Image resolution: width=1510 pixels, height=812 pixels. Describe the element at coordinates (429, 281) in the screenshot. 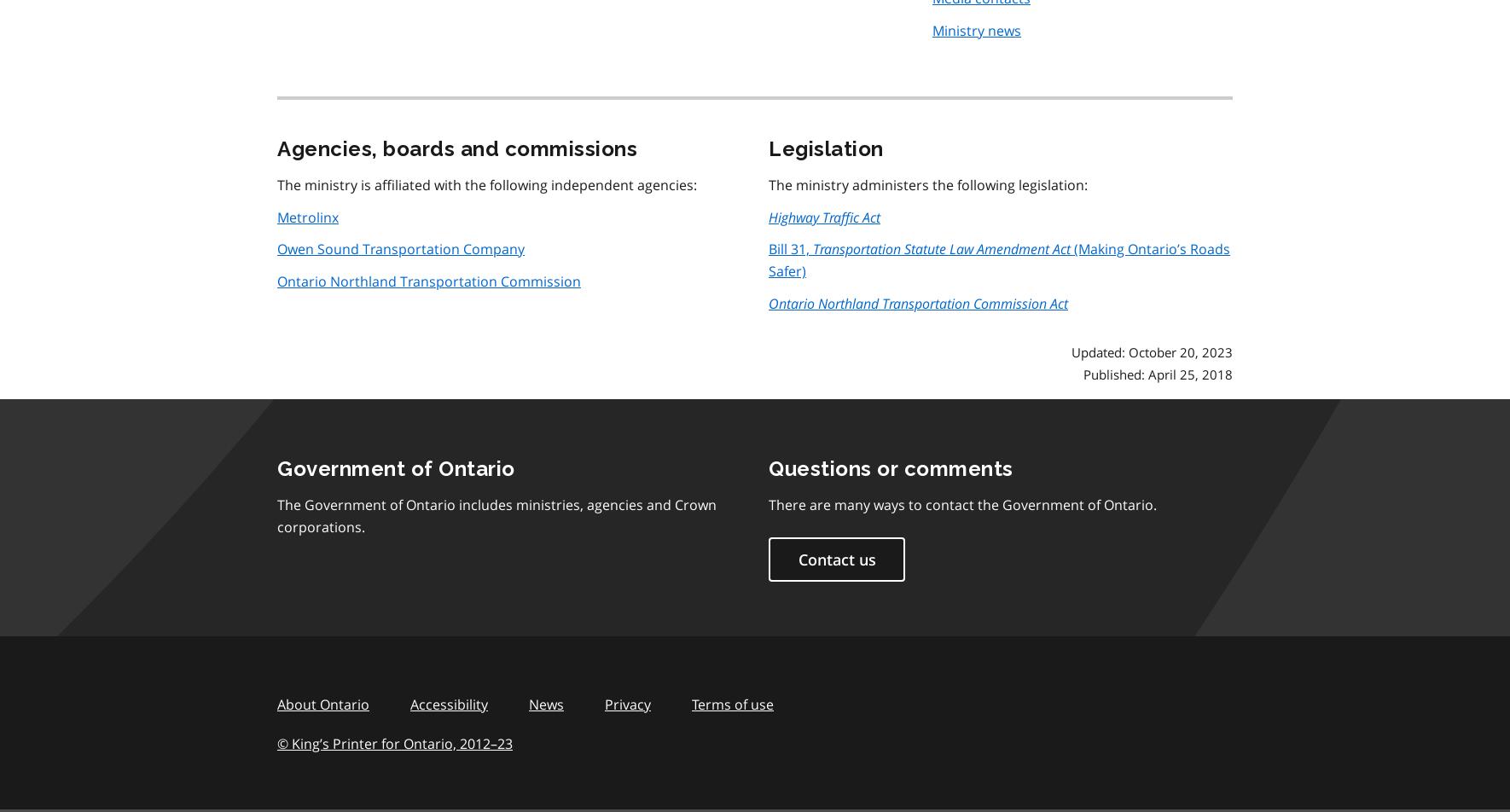

I see `'Ontario Northland Transportation Commission'` at that location.